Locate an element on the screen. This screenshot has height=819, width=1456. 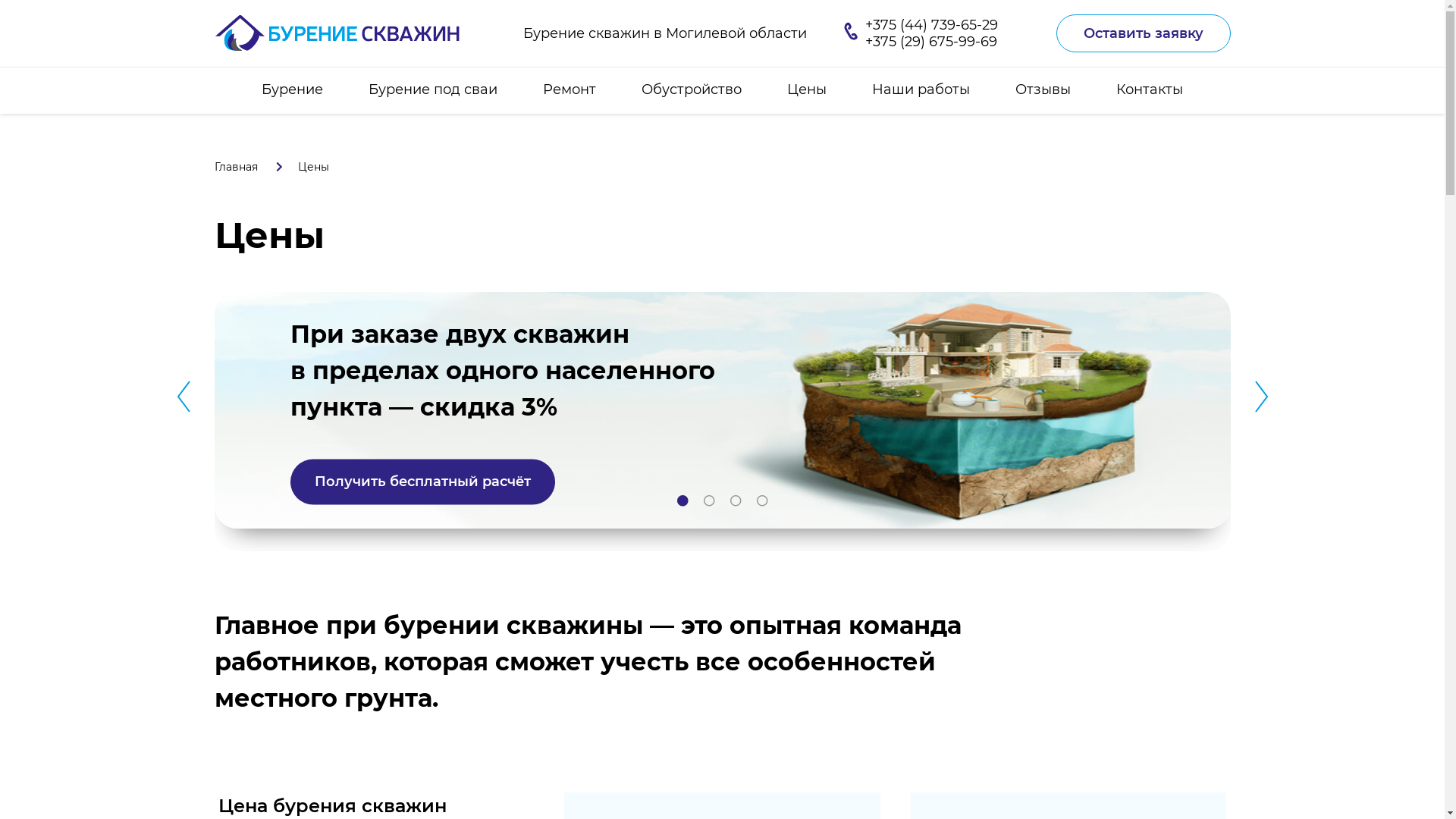
'+375 (29) 675-99-69' is located at coordinates (930, 40).